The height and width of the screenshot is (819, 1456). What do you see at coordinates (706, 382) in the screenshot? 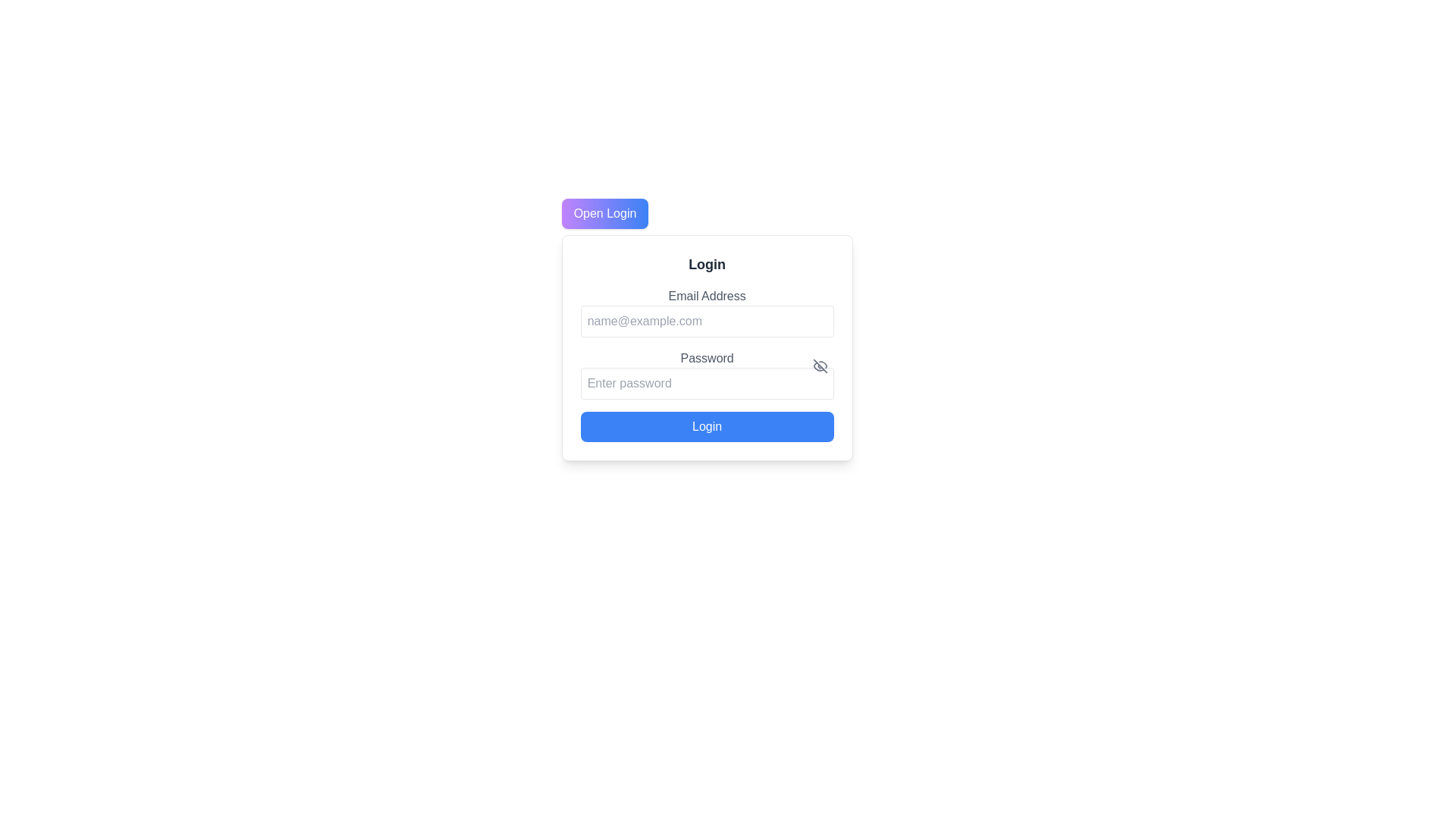
I see `the Password input field to focus on it, which is located centrally within the form just below the 'Email Address' input box` at bounding box center [706, 382].